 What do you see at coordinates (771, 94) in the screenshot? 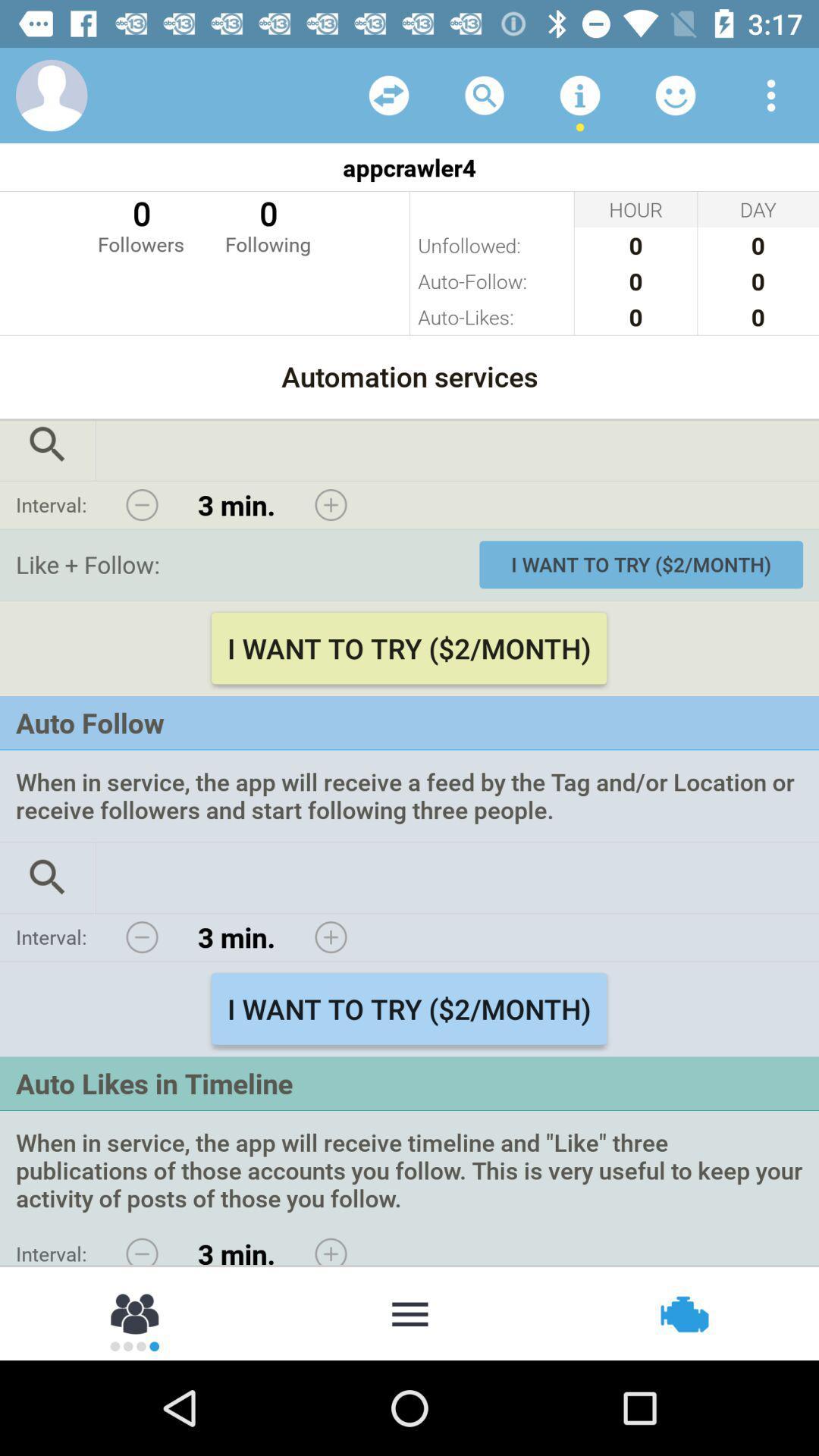
I see `choose preferred view` at bounding box center [771, 94].